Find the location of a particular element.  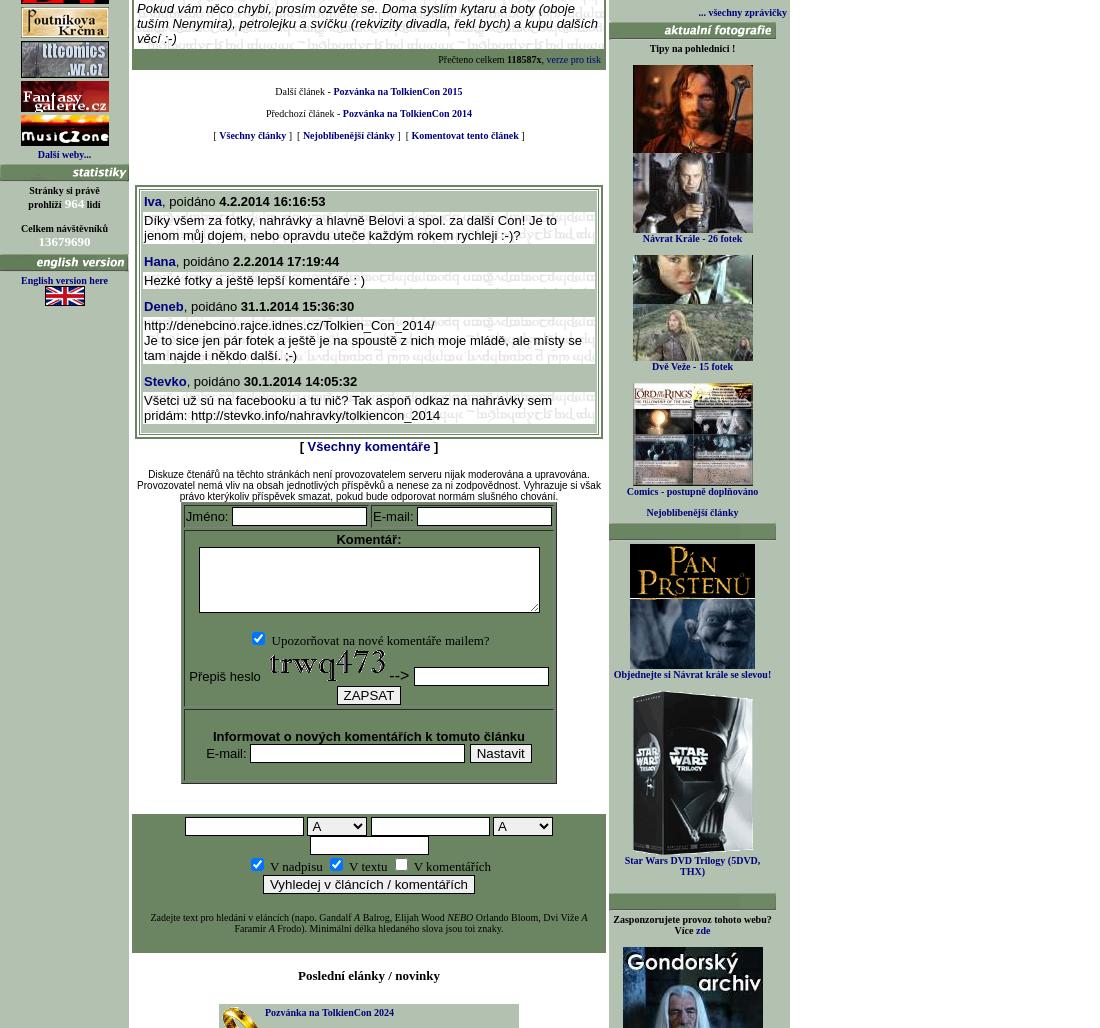

'Comics - postupně doplňováno' is located at coordinates (691, 490).